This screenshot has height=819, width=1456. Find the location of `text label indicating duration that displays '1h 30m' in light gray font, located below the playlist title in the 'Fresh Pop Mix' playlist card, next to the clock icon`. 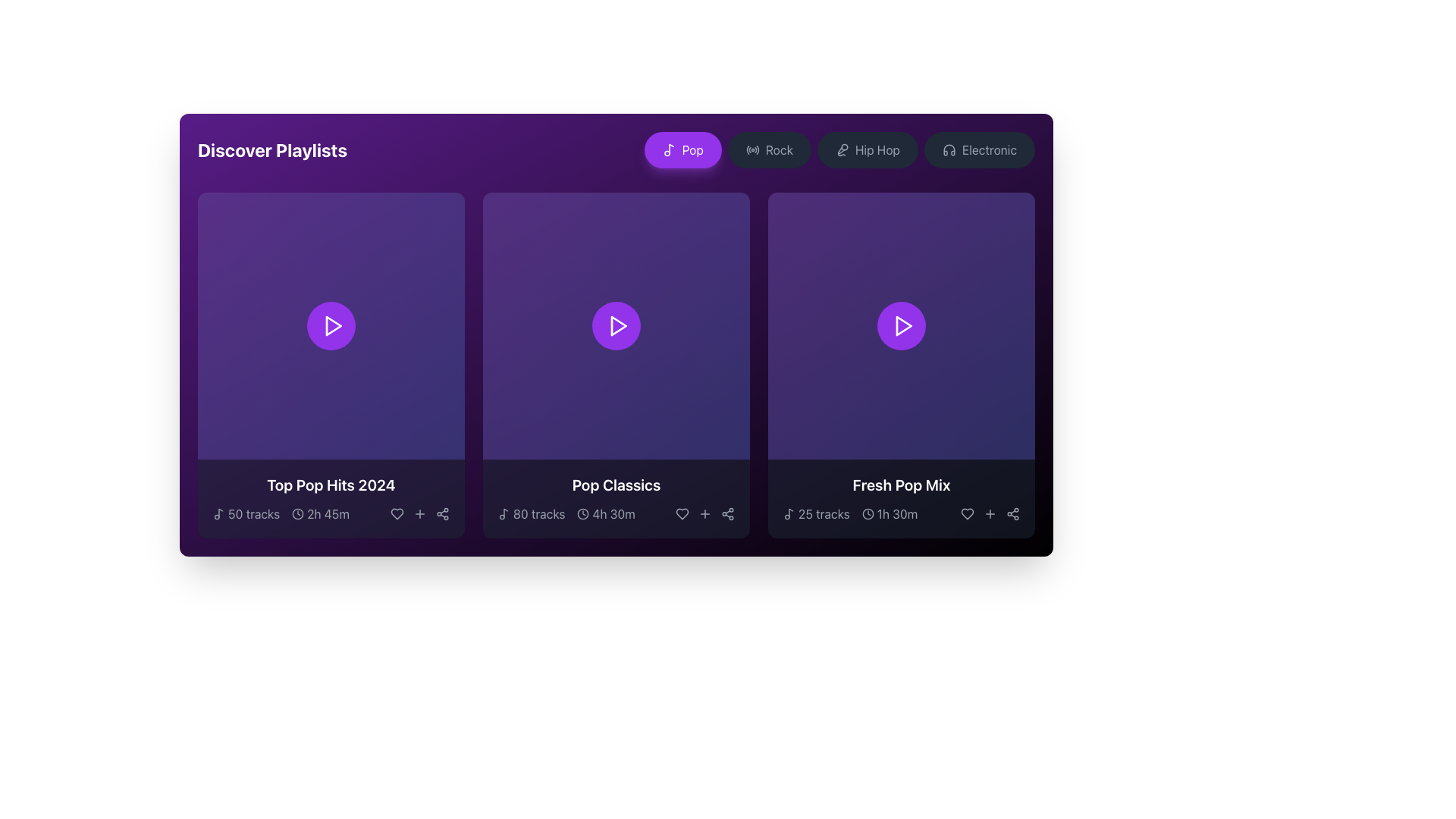

text label indicating duration that displays '1h 30m' in light gray font, located below the playlist title in the 'Fresh Pop Mix' playlist card, next to the clock icon is located at coordinates (897, 513).